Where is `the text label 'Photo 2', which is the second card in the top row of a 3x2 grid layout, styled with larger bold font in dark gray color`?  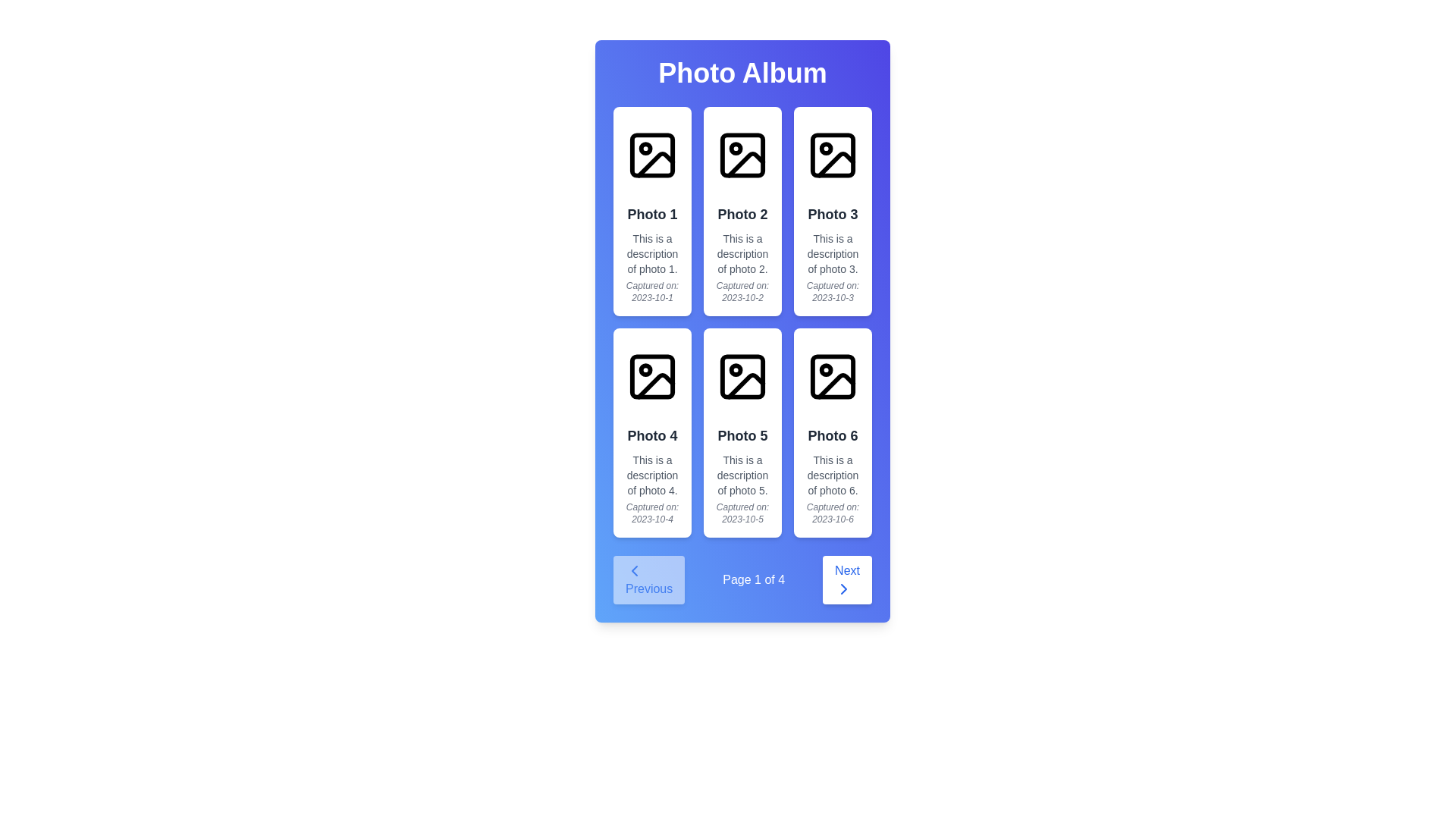 the text label 'Photo 2', which is the second card in the top row of a 3x2 grid layout, styled with larger bold font in dark gray color is located at coordinates (742, 214).